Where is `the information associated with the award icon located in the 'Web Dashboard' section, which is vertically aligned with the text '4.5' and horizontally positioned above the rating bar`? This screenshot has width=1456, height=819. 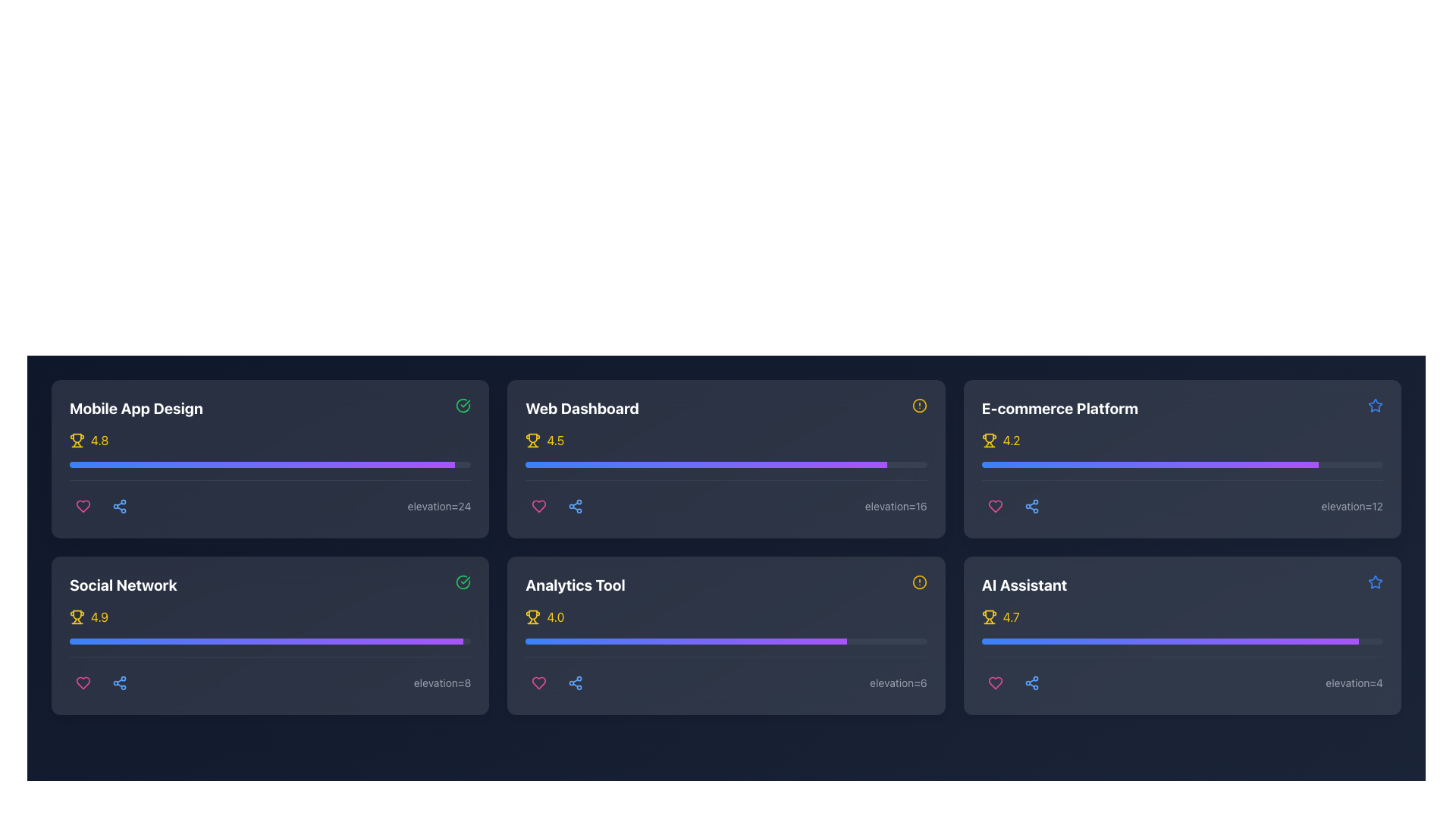 the information associated with the award icon located in the 'Web Dashboard' section, which is vertically aligned with the text '4.5' and horizontally positioned above the rating bar is located at coordinates (532, 441).